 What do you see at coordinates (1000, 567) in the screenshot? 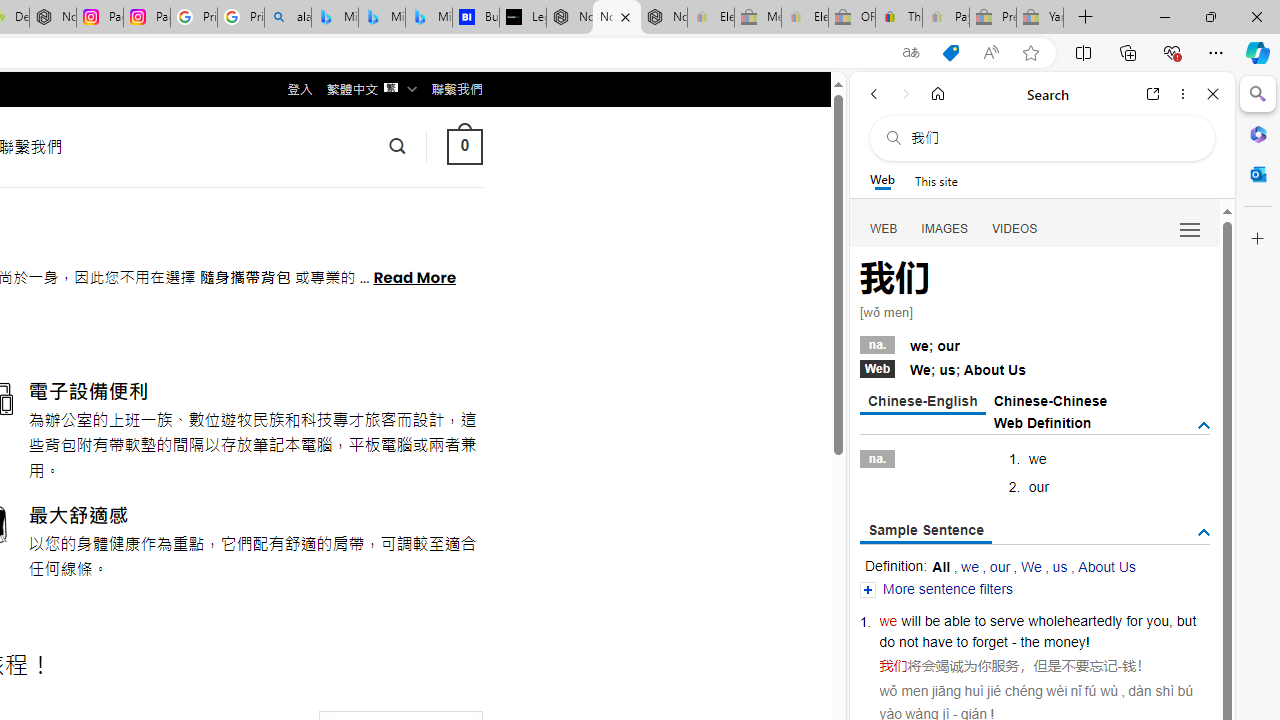
I see `'our'` at bounding box center [1000, 567].